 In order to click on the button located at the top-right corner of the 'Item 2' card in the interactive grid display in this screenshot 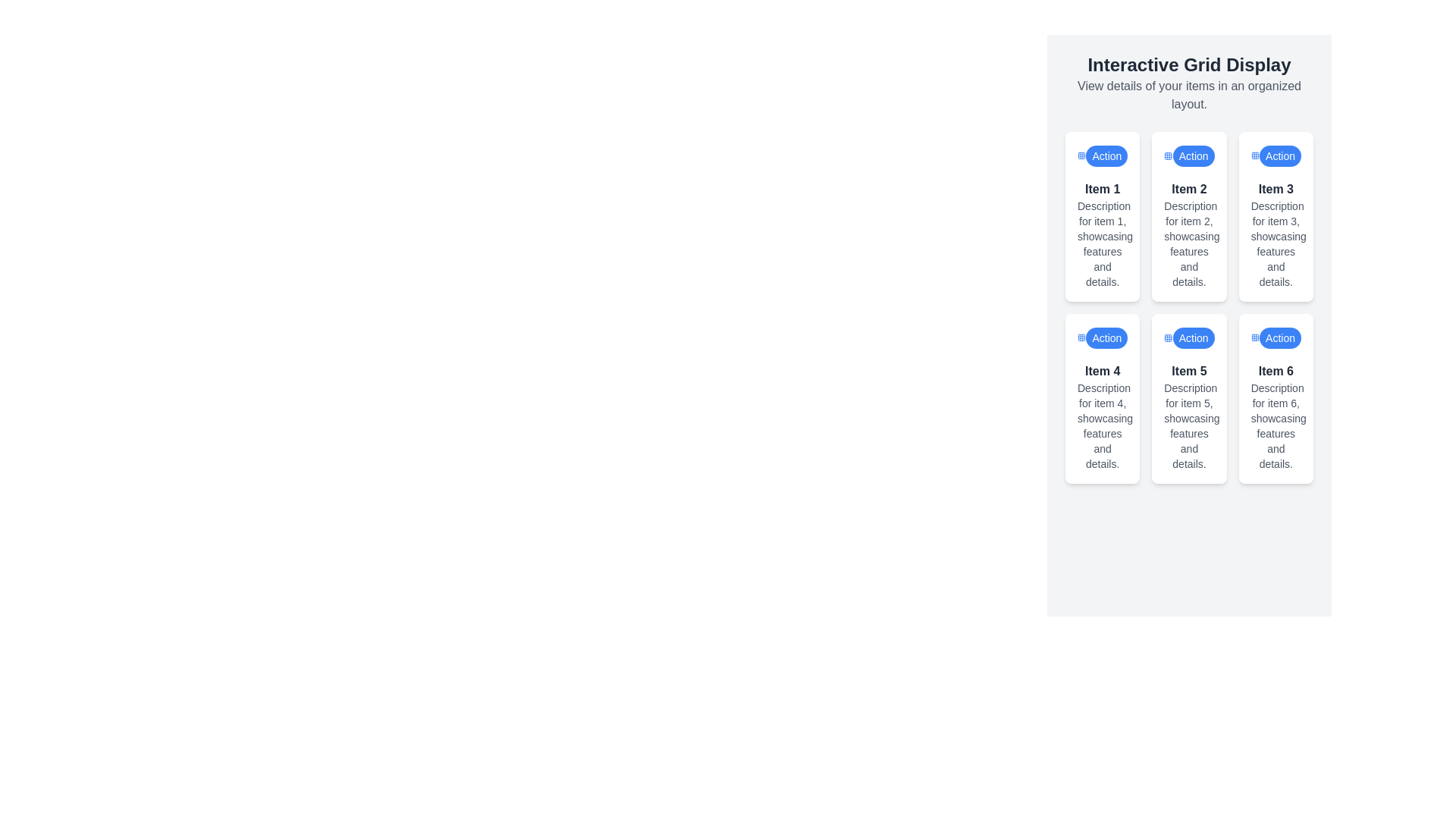, I will do `click(1188, 155)`.